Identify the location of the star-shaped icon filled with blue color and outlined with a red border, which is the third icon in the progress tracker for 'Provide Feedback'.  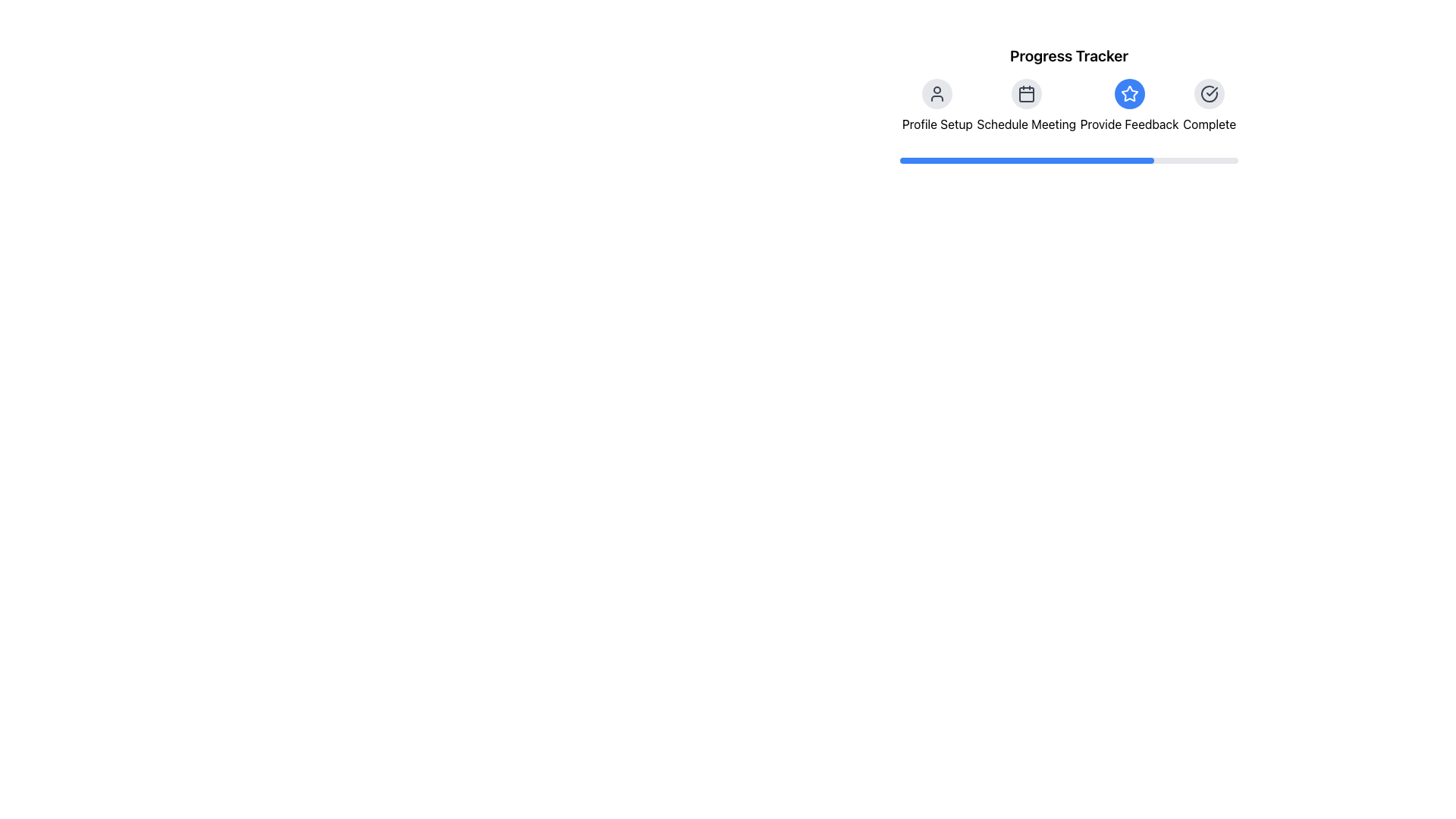
(1129, 93).